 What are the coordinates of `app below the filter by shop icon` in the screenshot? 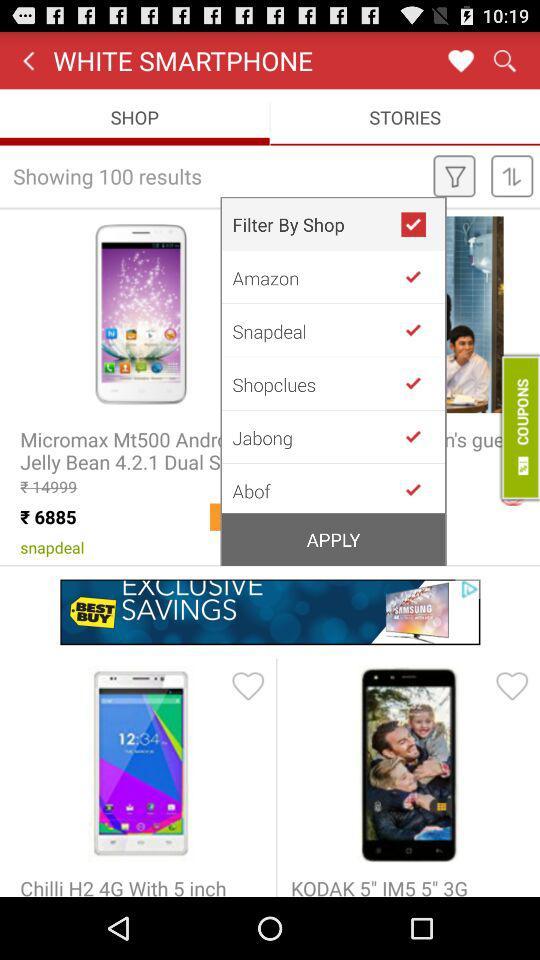 It's located at (316, 276).